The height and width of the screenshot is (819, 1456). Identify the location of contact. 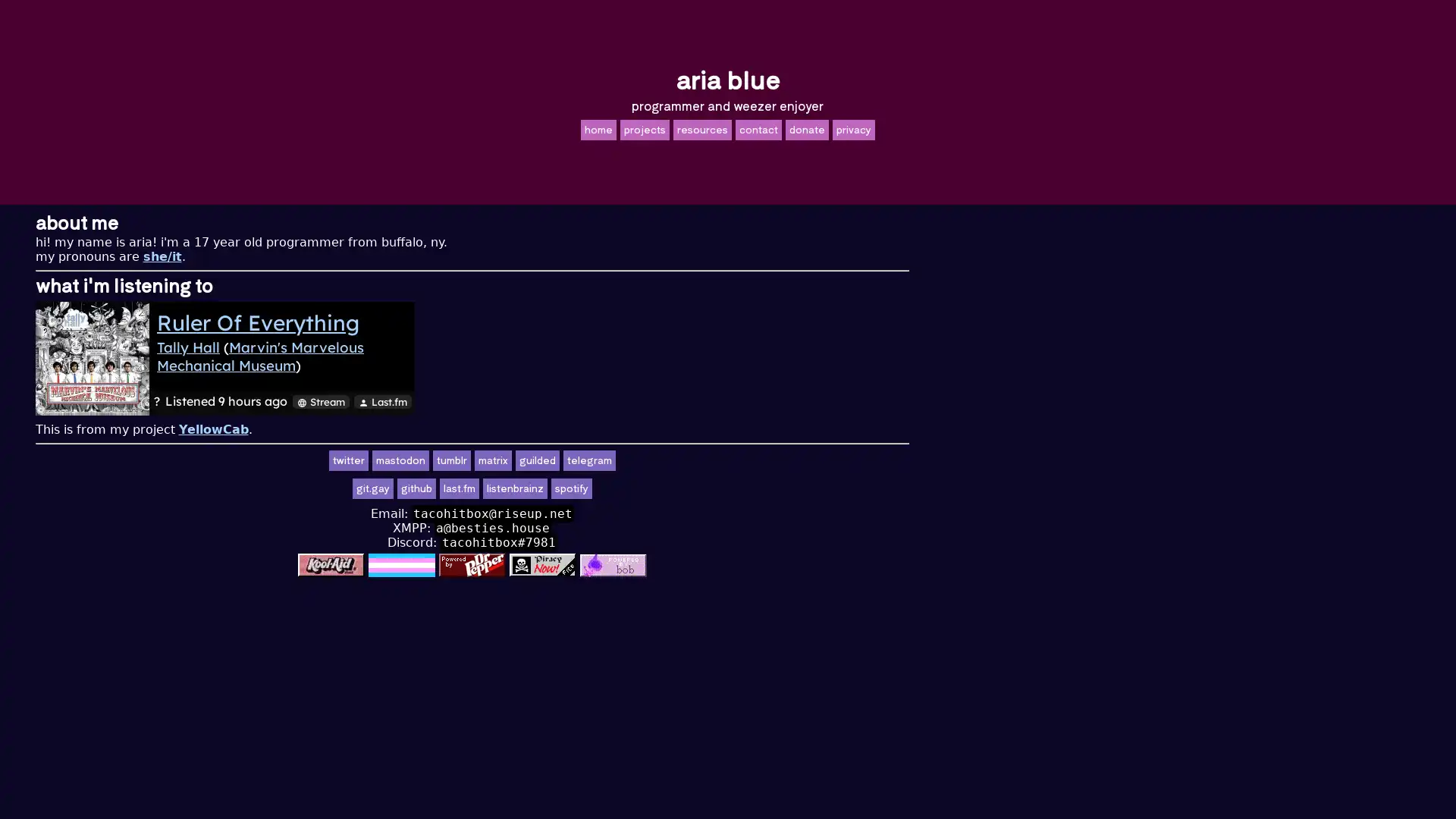
(758, 128).